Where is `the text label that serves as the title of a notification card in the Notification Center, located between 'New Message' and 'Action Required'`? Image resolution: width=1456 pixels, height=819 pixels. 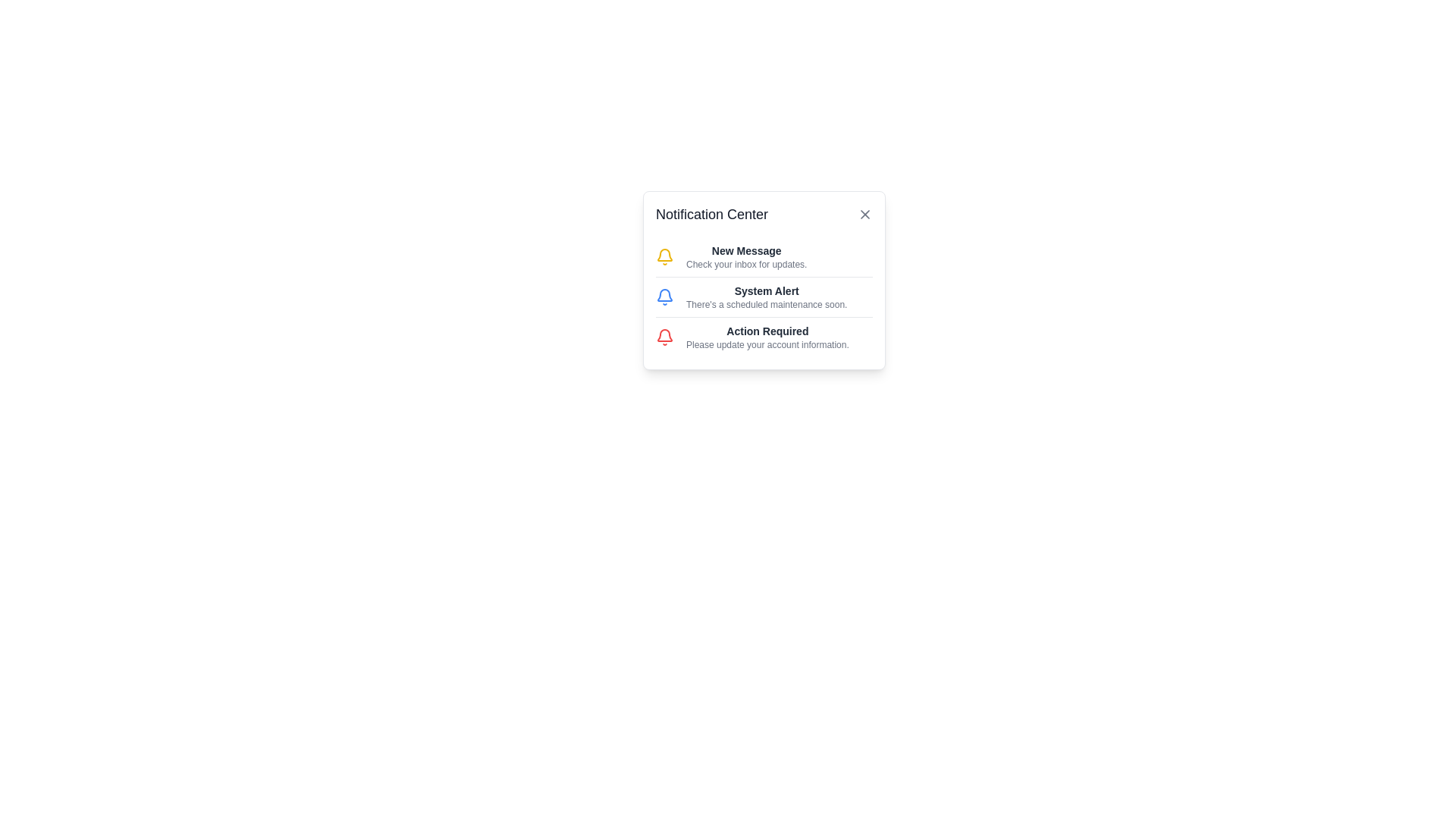 the text label that serves as the title of a notification card in the Notification Center, located between 'New Message' and 'Action Required' is located at coordinates (767, 291).